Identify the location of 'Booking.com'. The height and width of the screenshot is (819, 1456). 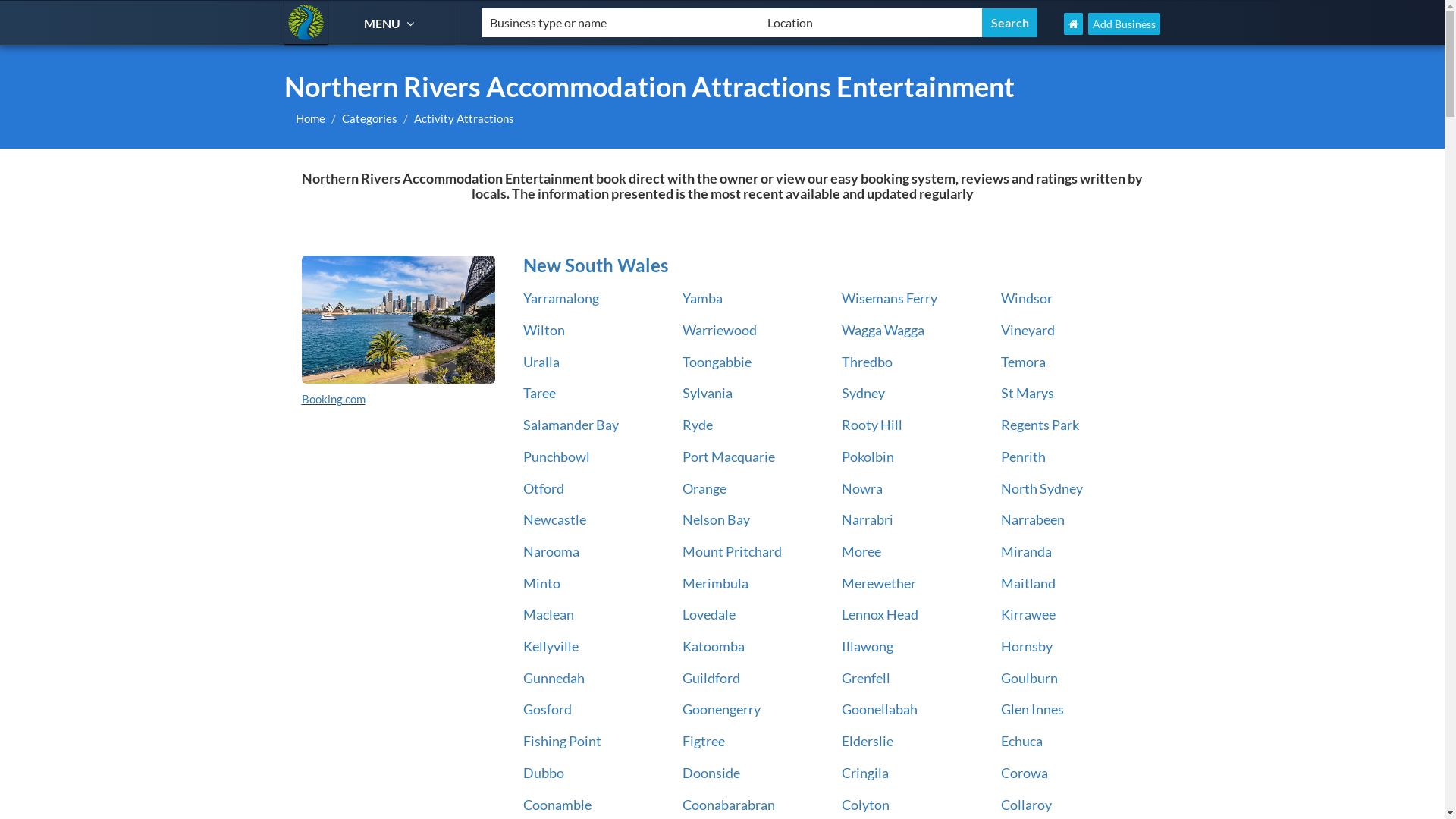
(333, 397).